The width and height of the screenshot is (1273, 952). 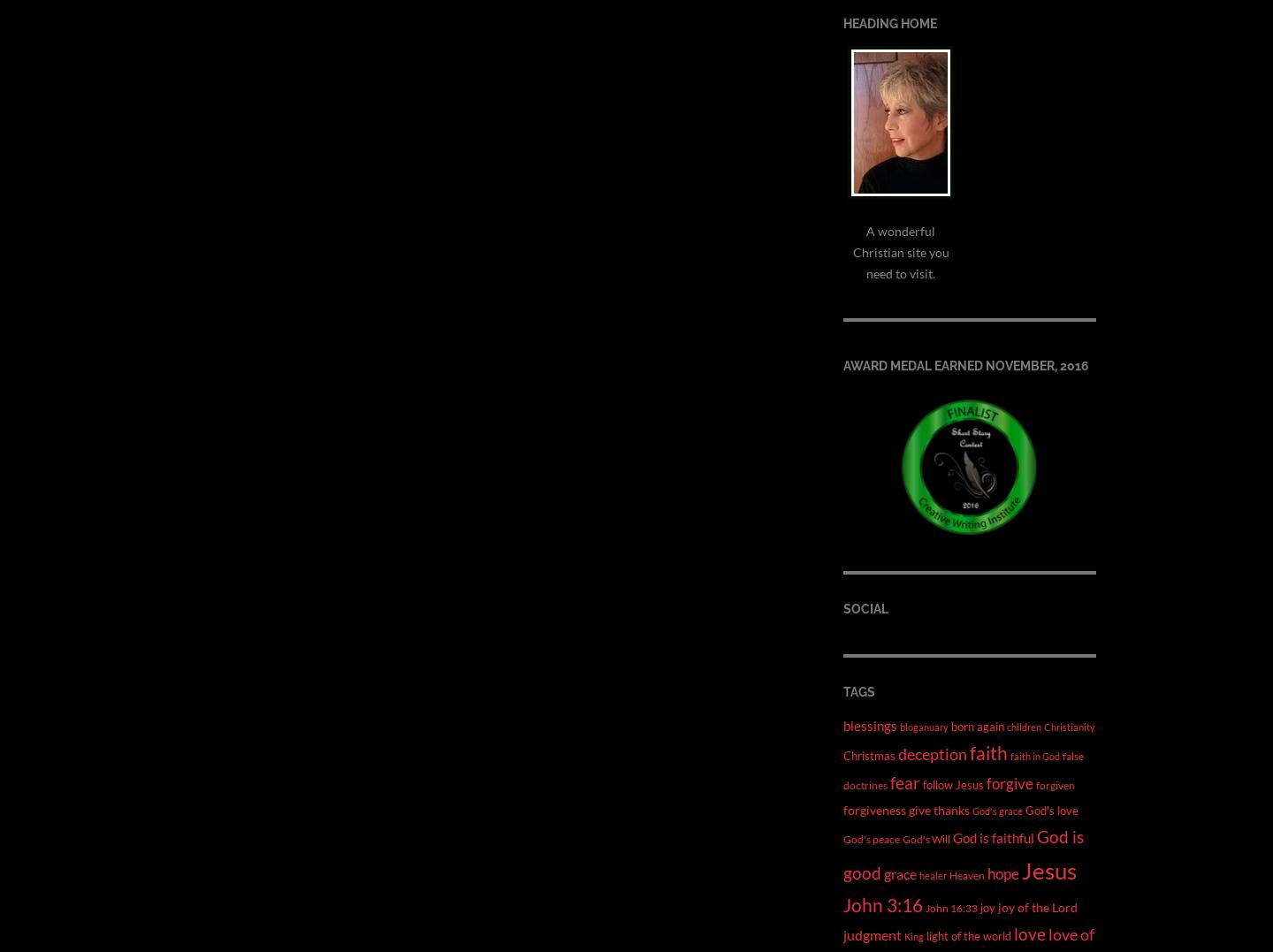 I want to click on 'God's love', so click(x=1025, y=809).